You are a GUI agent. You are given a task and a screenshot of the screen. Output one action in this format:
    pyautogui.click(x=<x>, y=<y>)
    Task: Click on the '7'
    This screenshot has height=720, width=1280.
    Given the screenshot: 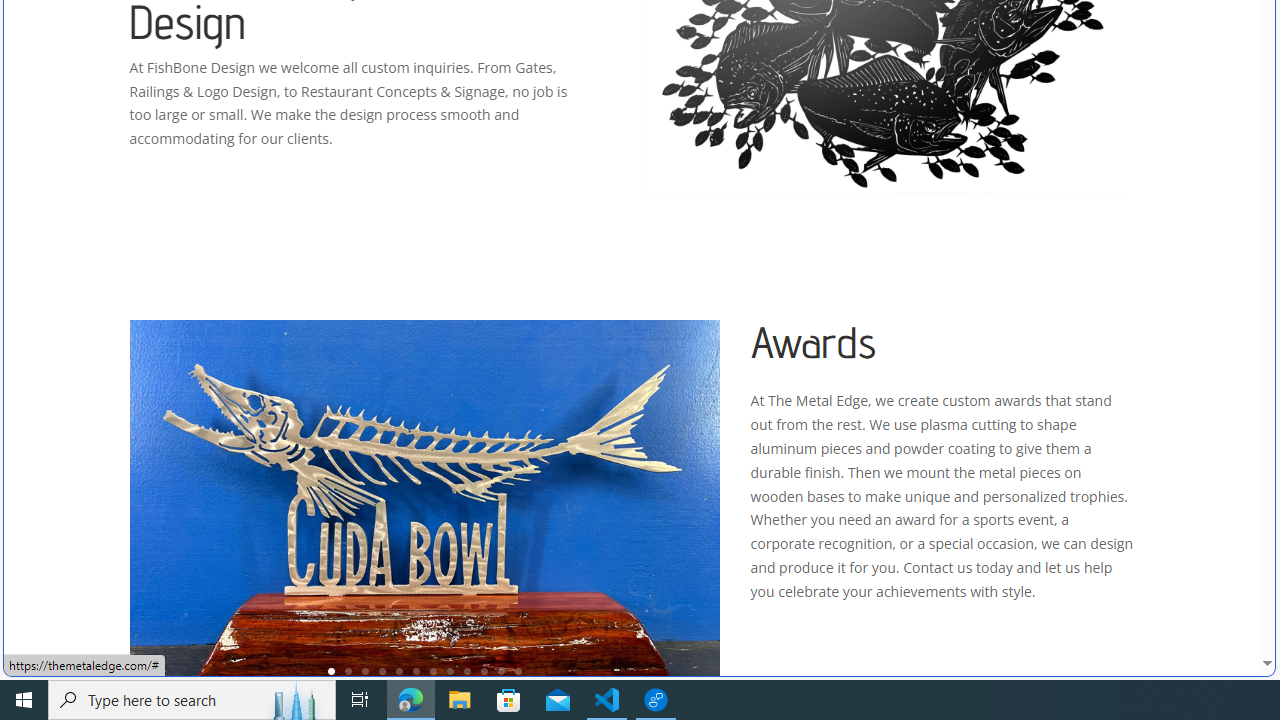 What is the action you would take?
    pyautogui.click(x=432, y=671)
    